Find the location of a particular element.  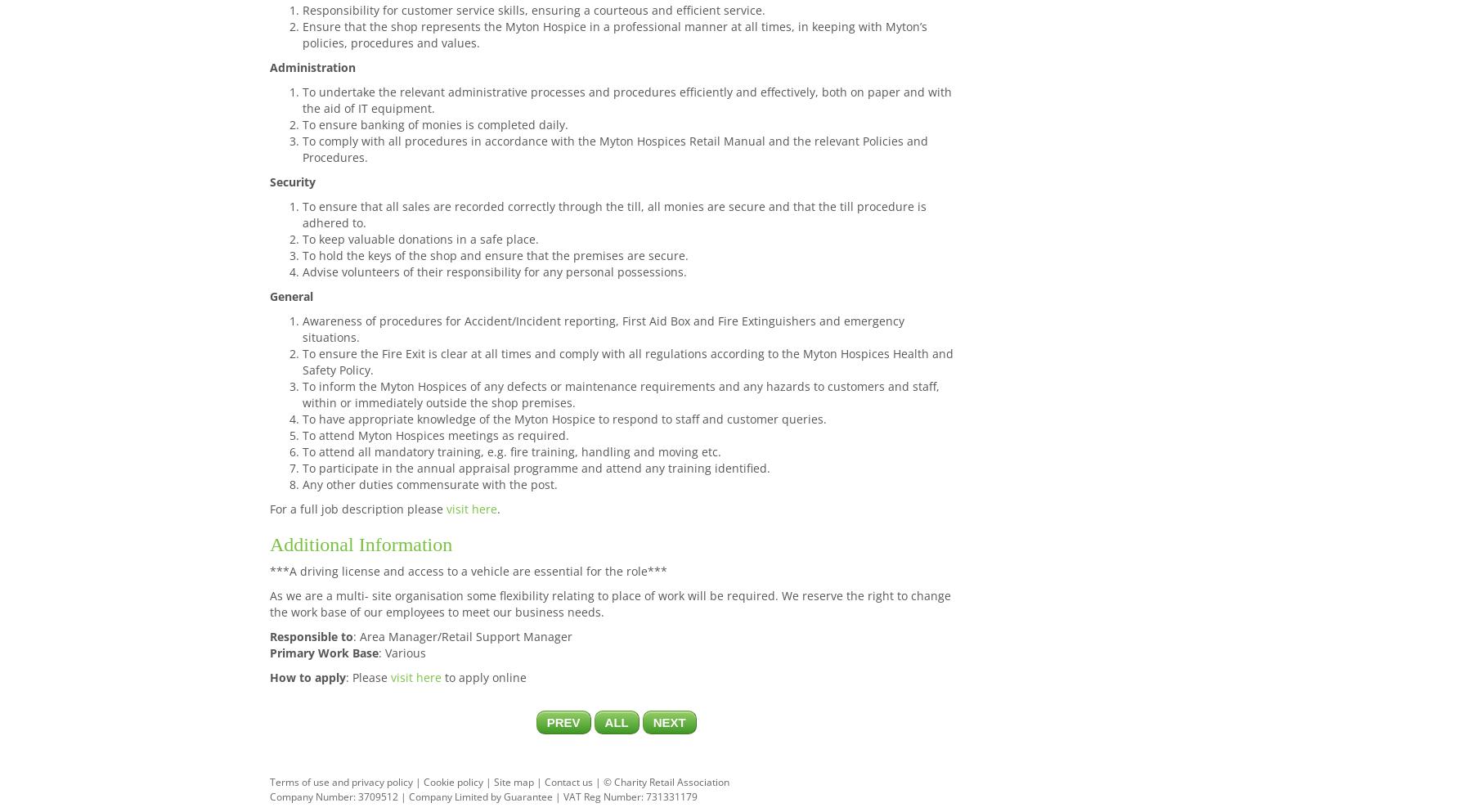

'Any other duties commensurate with the post.' is located at coordinates (303, 483).